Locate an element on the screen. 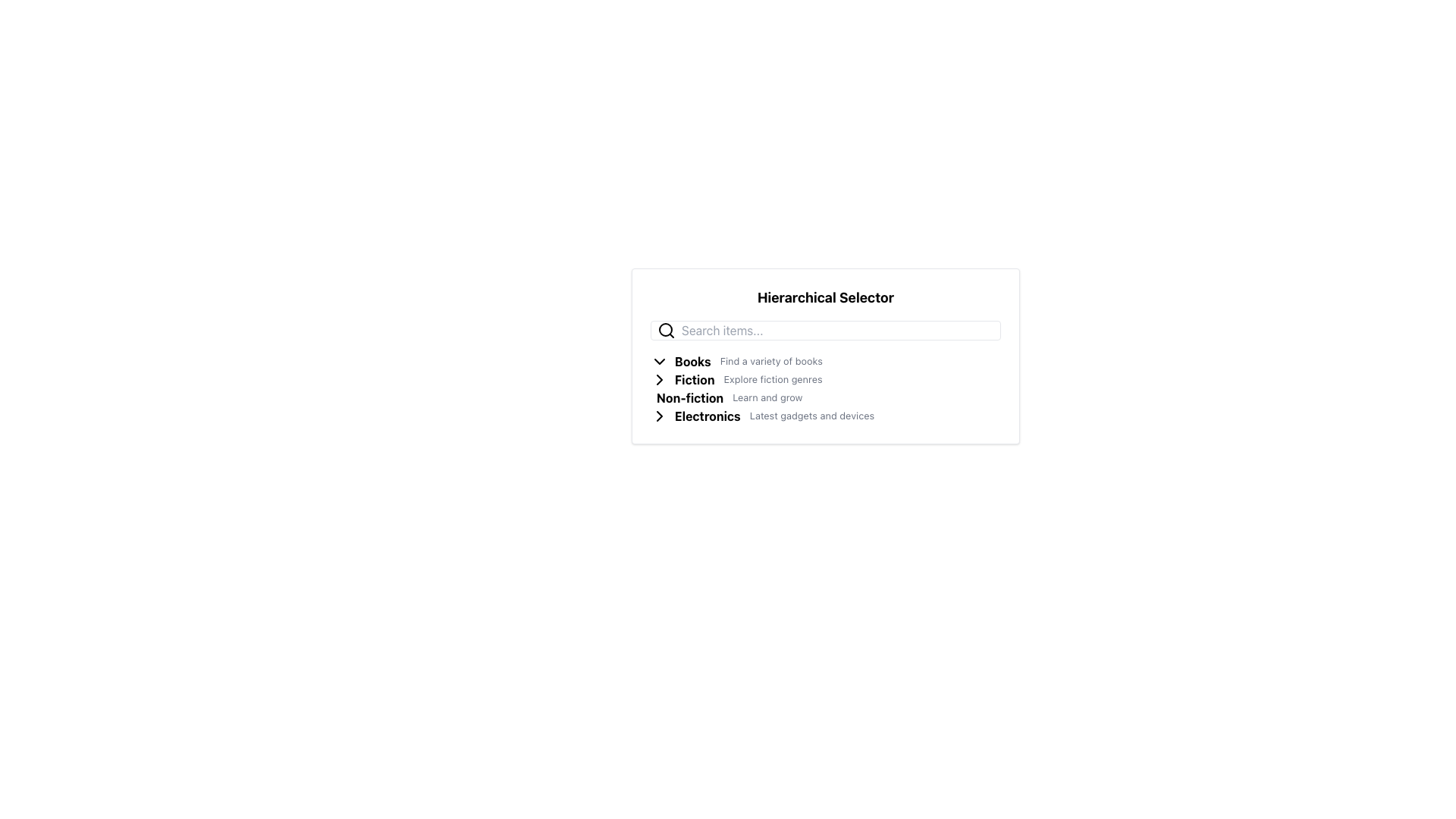 This screenshot has width=1456, height=819. the 'Fiction' text label, which is a bold label aligned to the left within a list, positioned under the 'Books' category is located at coordinates (694, 379).